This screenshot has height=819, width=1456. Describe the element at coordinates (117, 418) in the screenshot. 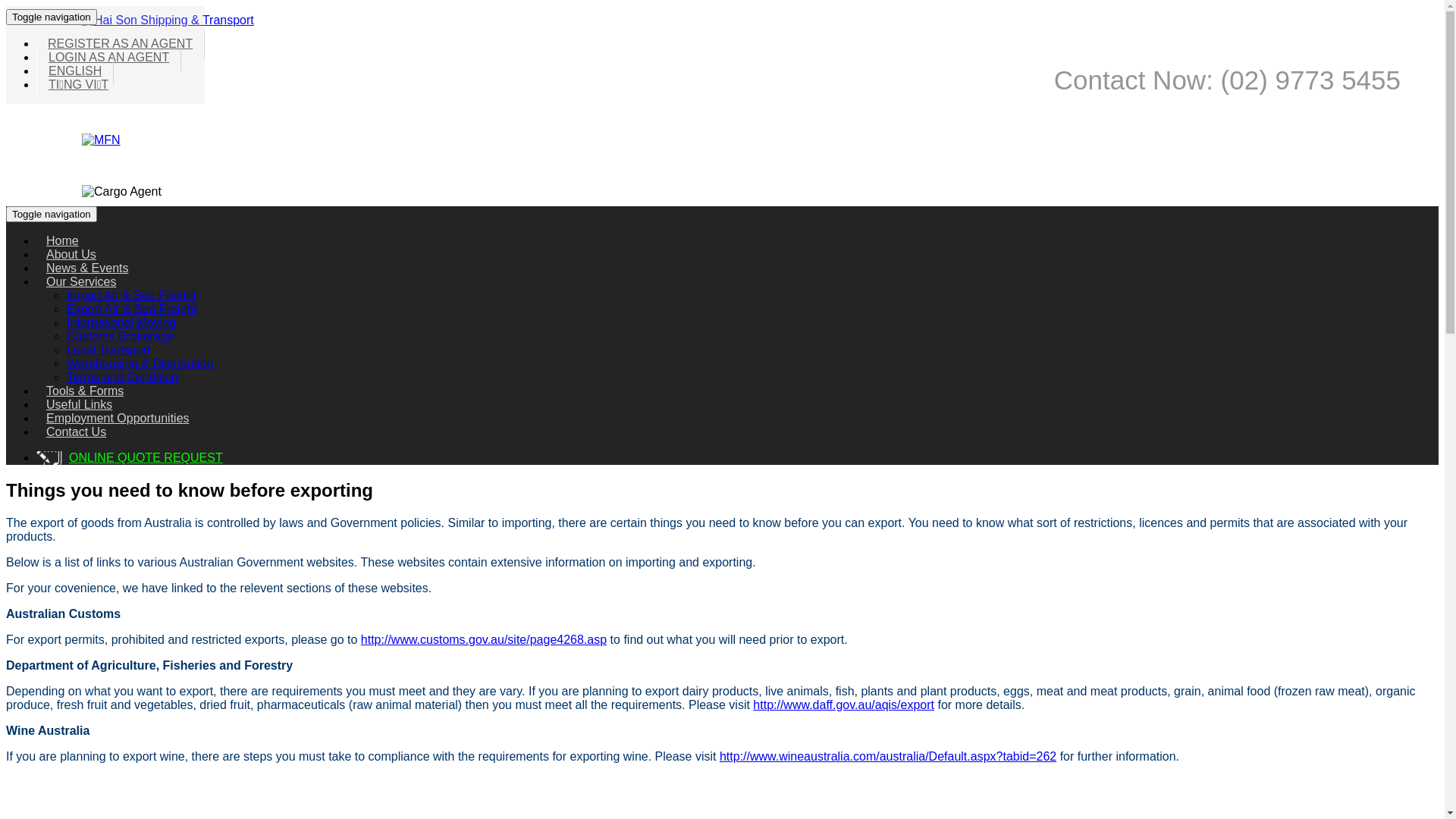

I see `'Employment Opportunities'` at that location.